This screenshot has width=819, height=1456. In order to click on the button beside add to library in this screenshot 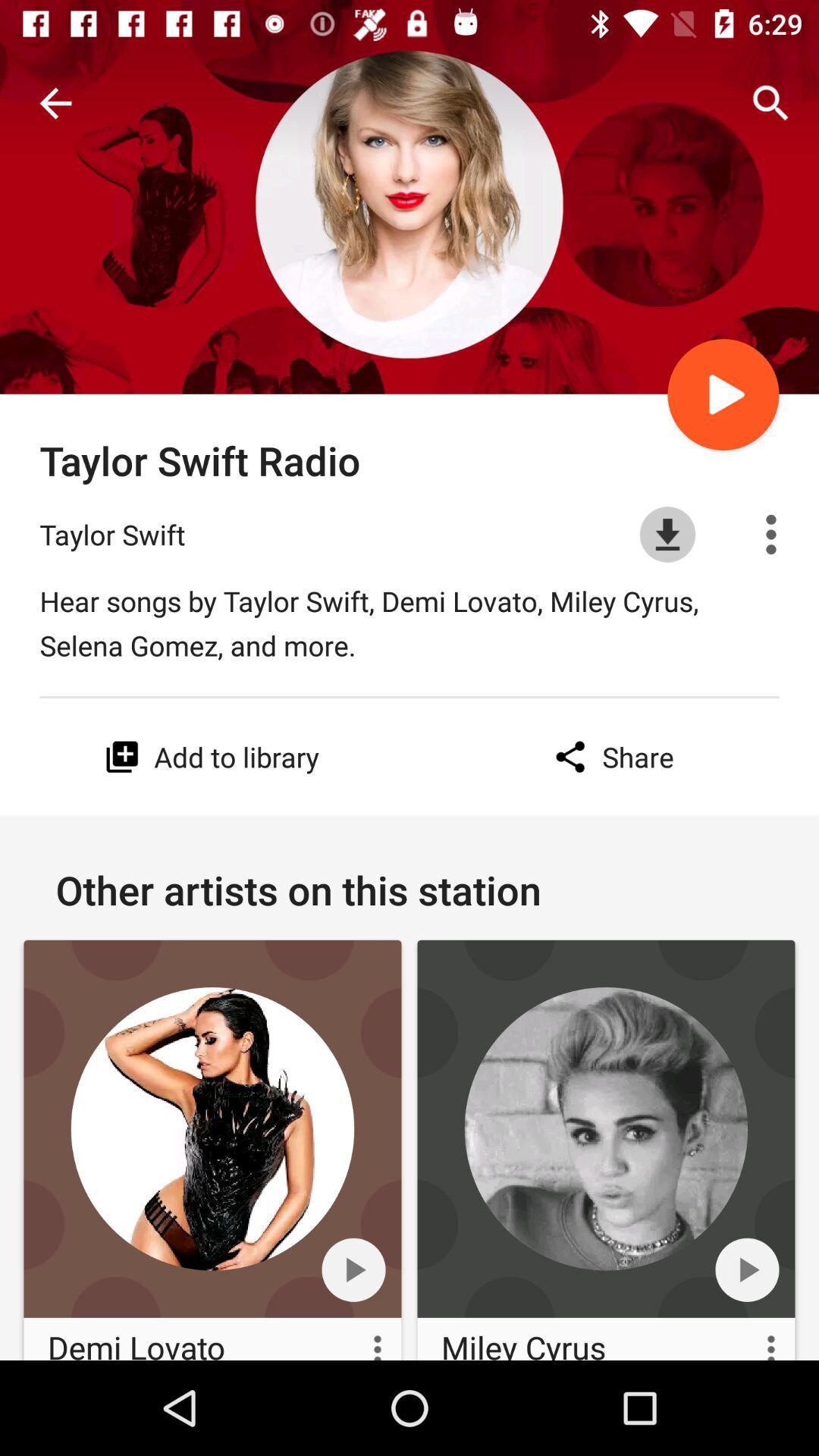, I will do `click(121, 757)`.